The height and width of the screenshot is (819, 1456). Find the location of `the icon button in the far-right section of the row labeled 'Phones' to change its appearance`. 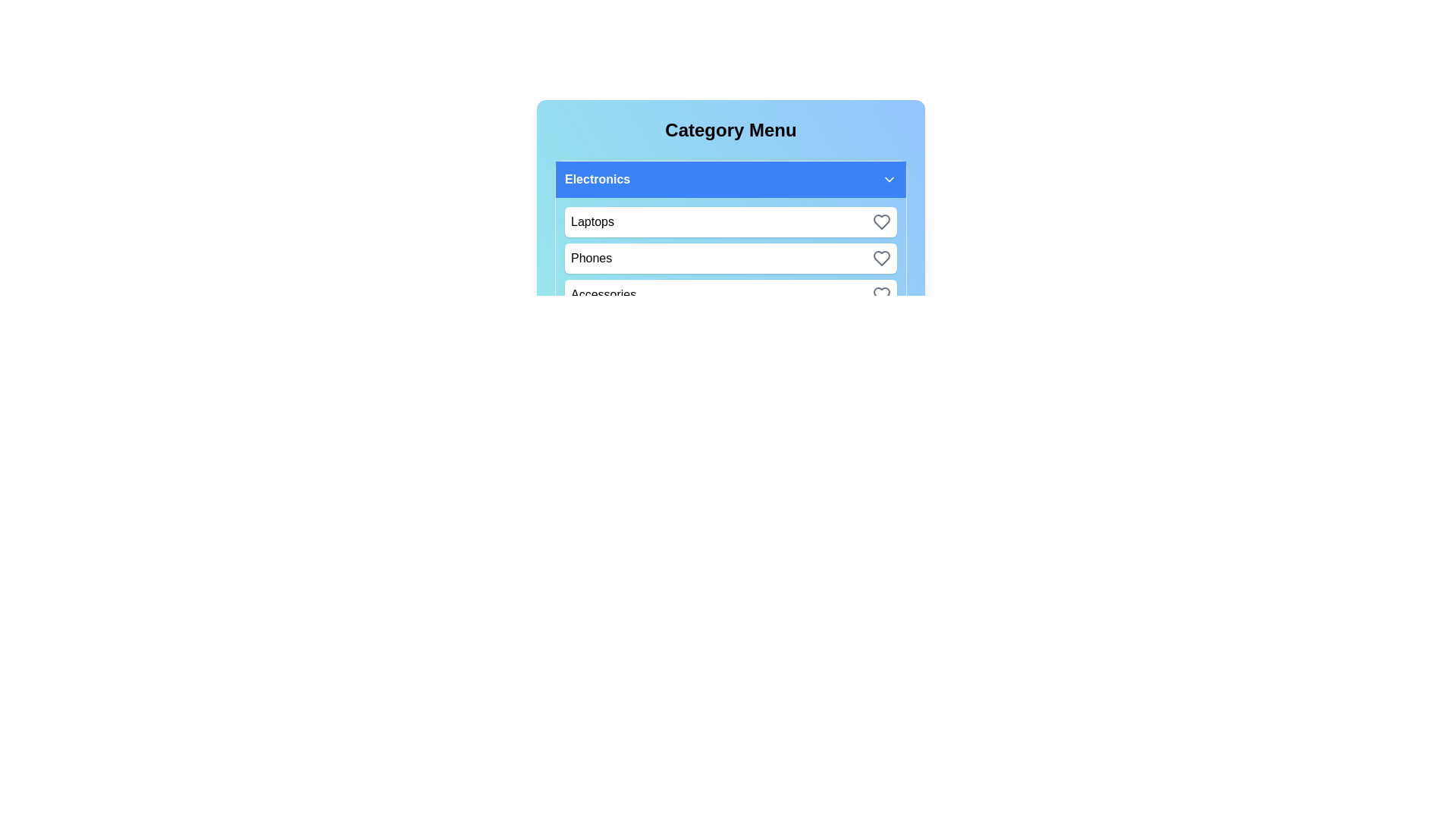

the icon button in the far-right section of the row labeled 'Phones' to change its appearance is located at coordinates (881, 257).